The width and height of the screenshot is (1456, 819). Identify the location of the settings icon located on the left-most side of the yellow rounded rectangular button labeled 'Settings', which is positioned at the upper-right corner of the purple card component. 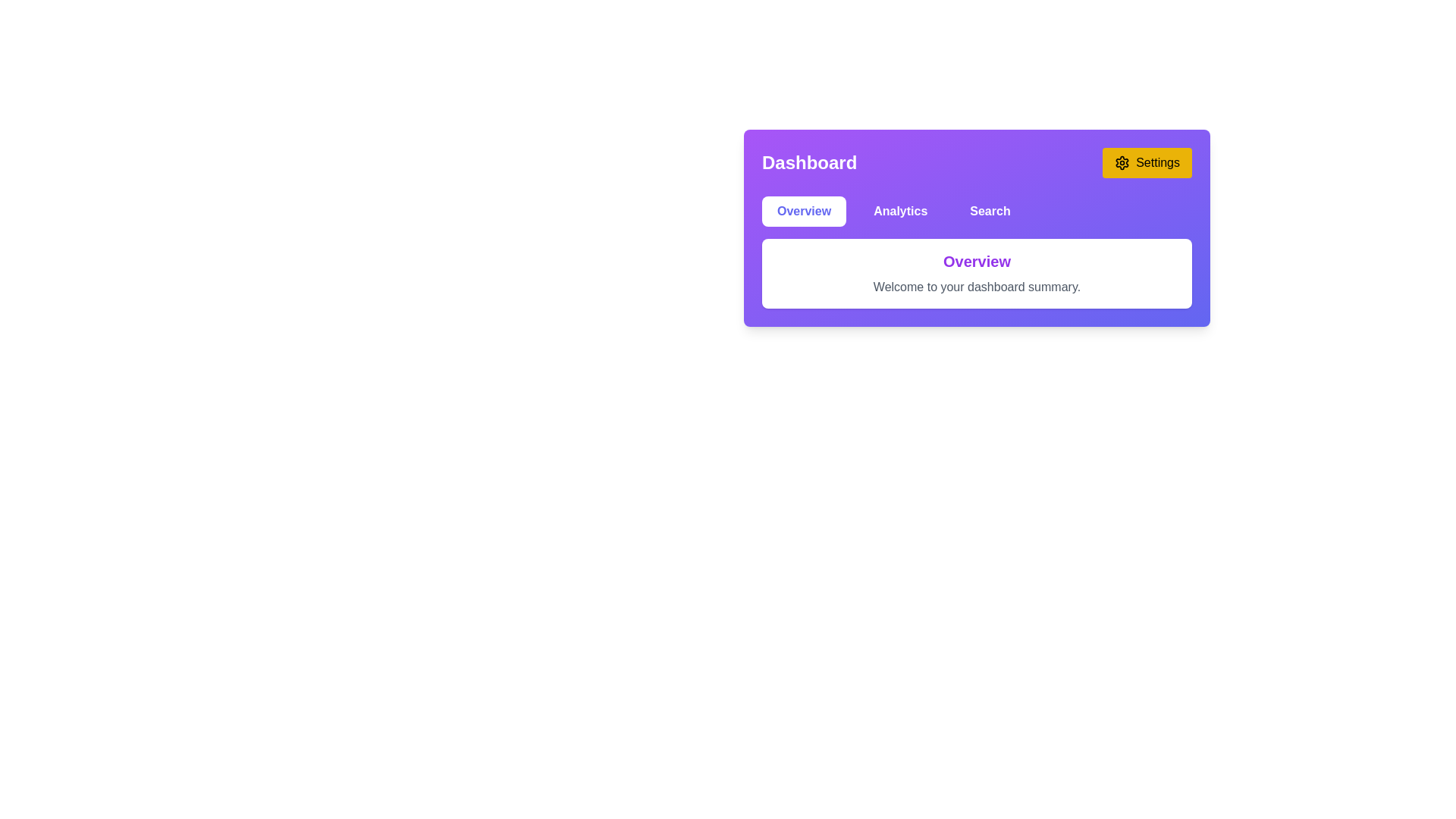
(1122, 163).